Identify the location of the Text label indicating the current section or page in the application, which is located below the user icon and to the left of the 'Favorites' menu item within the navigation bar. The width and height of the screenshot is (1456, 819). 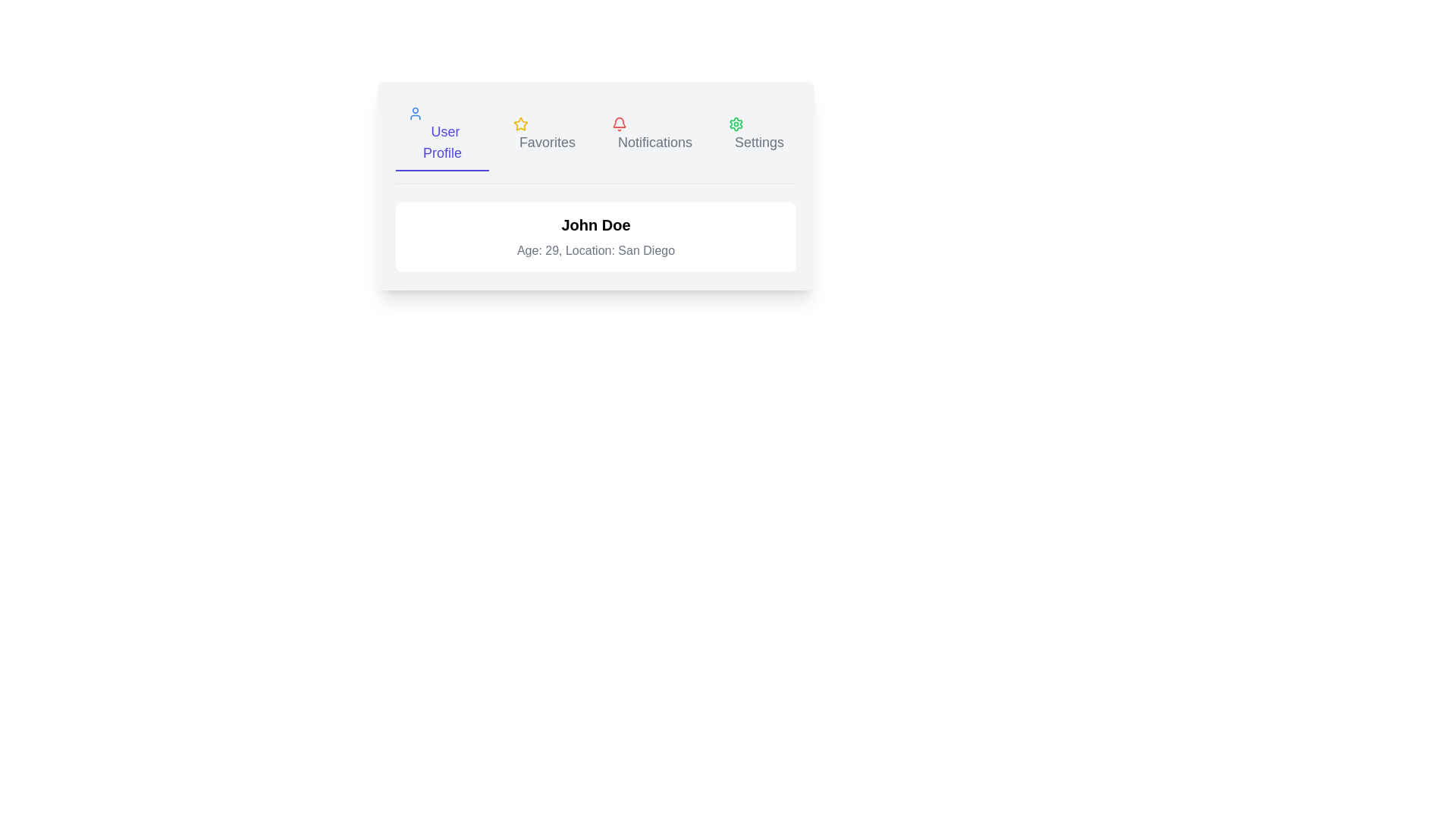
(441, 143).